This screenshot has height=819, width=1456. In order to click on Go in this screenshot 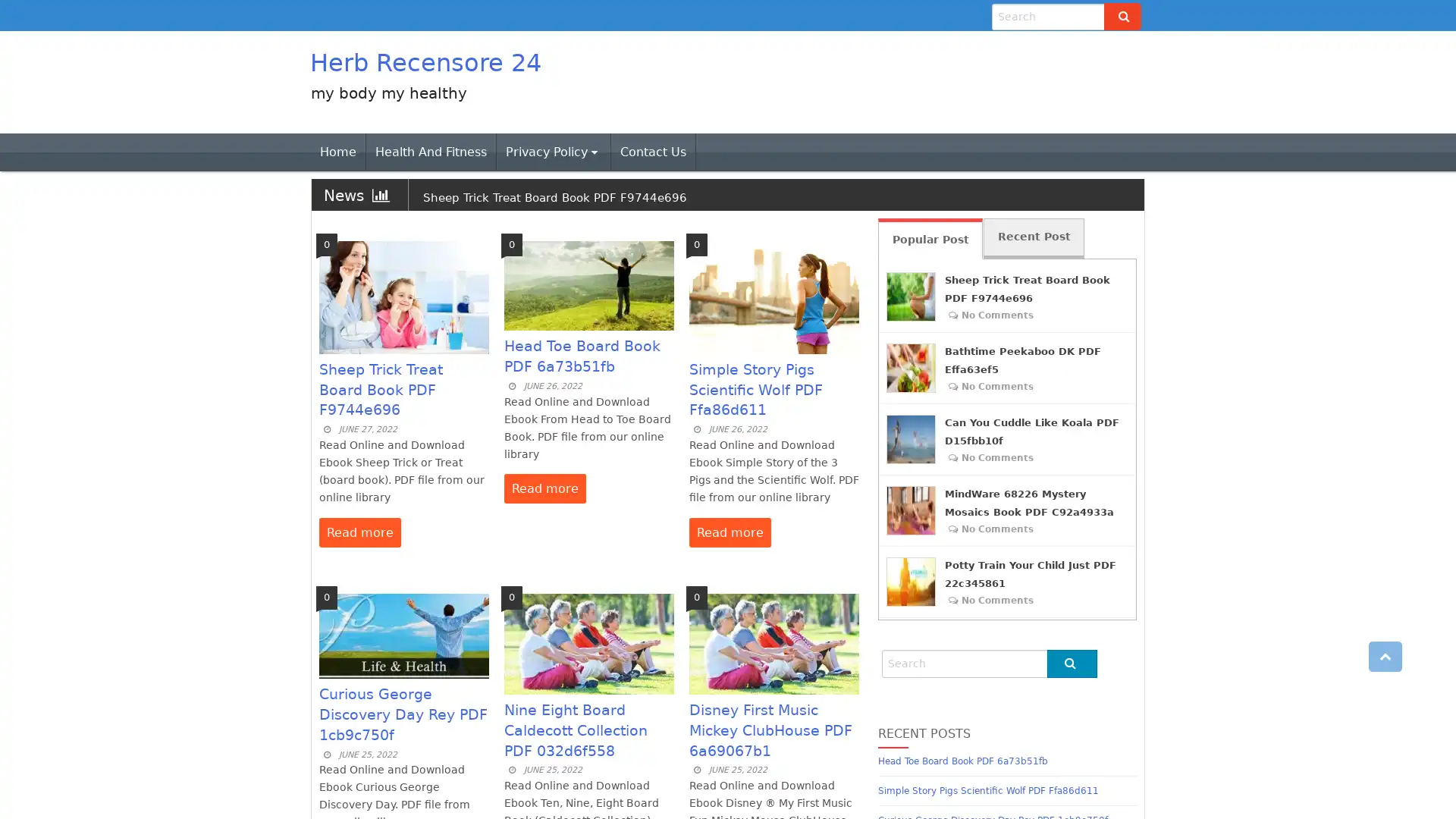, I will do `click(1122, 15)`.